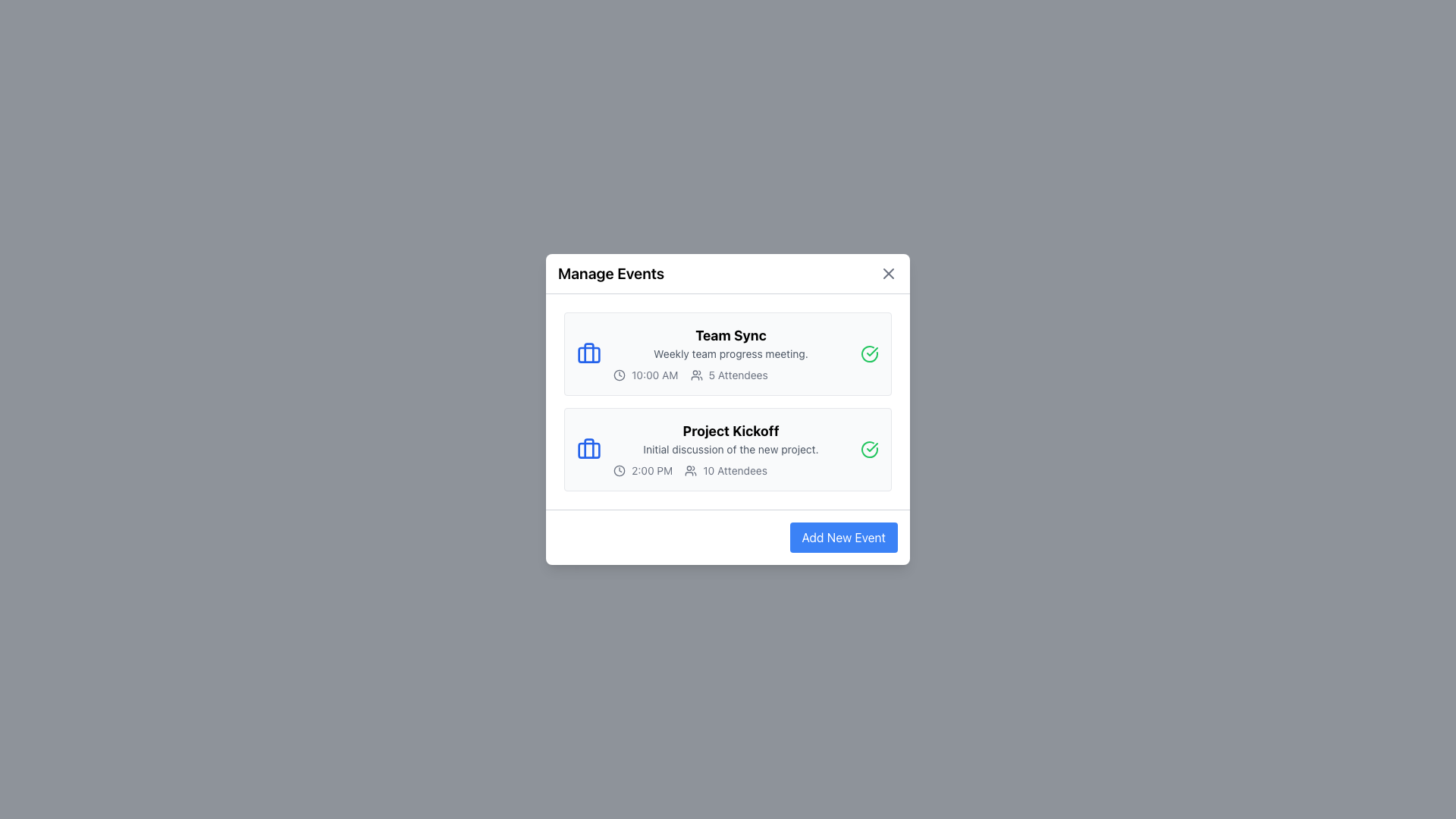  What do you see at coordinates (731, 470) in the screenshot?
I see `the time and attendees information layout element, which includes a clock icon showing '2:00 PM' and a user icon showing '10 Attendees', located within the 'Project Kickoff' section of the 'Manage Events' card` at bounding box center [731, 470].